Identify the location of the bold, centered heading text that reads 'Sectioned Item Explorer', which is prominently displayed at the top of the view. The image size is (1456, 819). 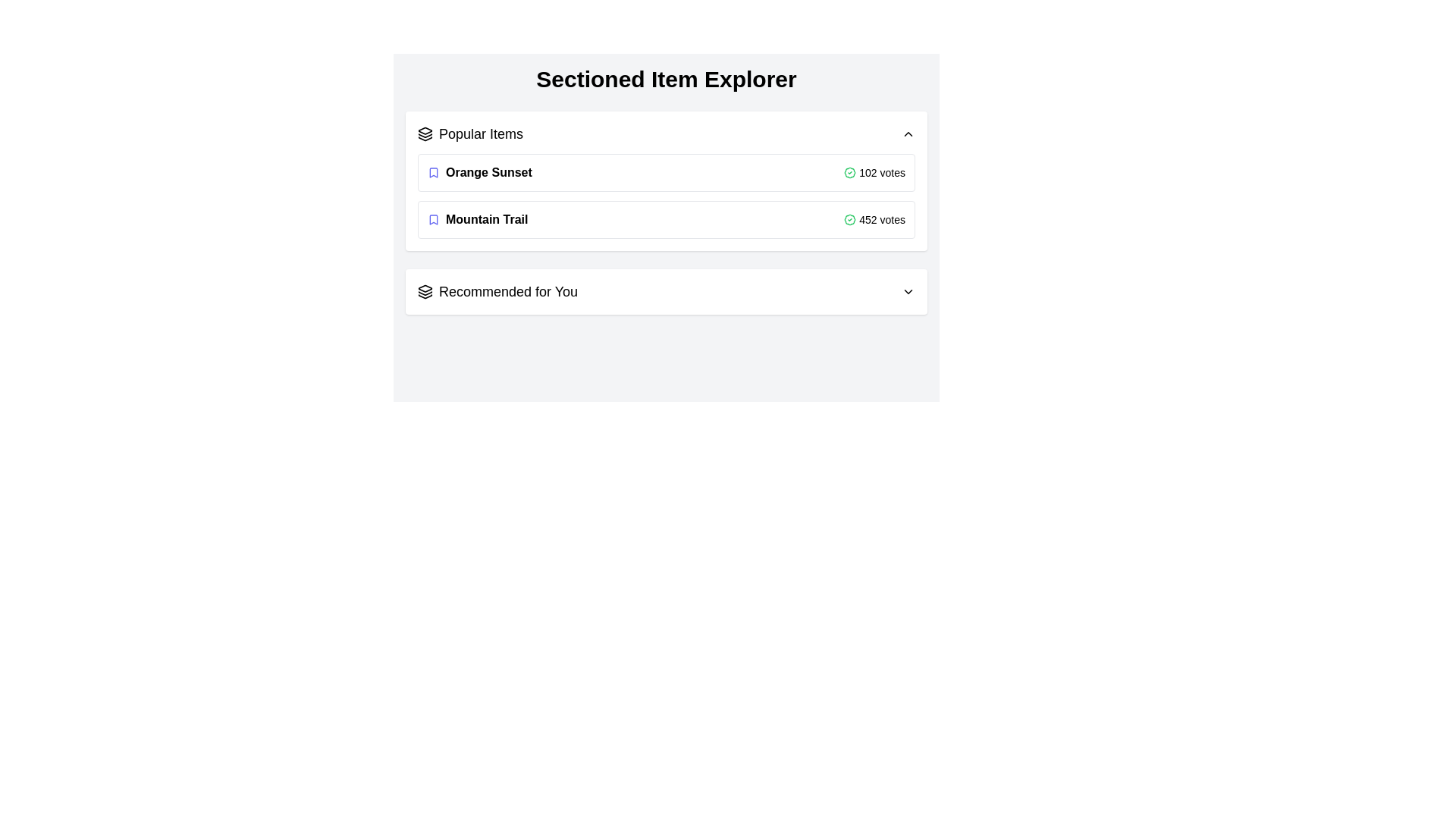
(666, 79).